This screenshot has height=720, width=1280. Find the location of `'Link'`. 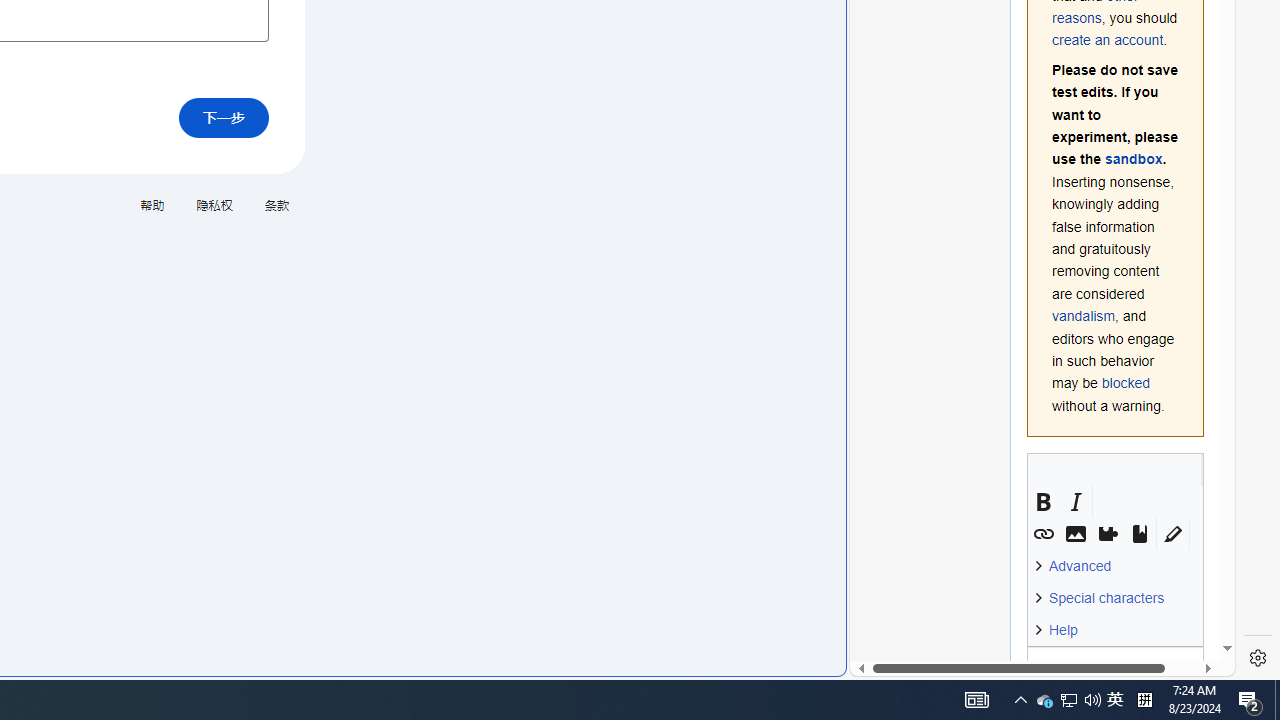

'Link' is located at coordinates (1042, 533).